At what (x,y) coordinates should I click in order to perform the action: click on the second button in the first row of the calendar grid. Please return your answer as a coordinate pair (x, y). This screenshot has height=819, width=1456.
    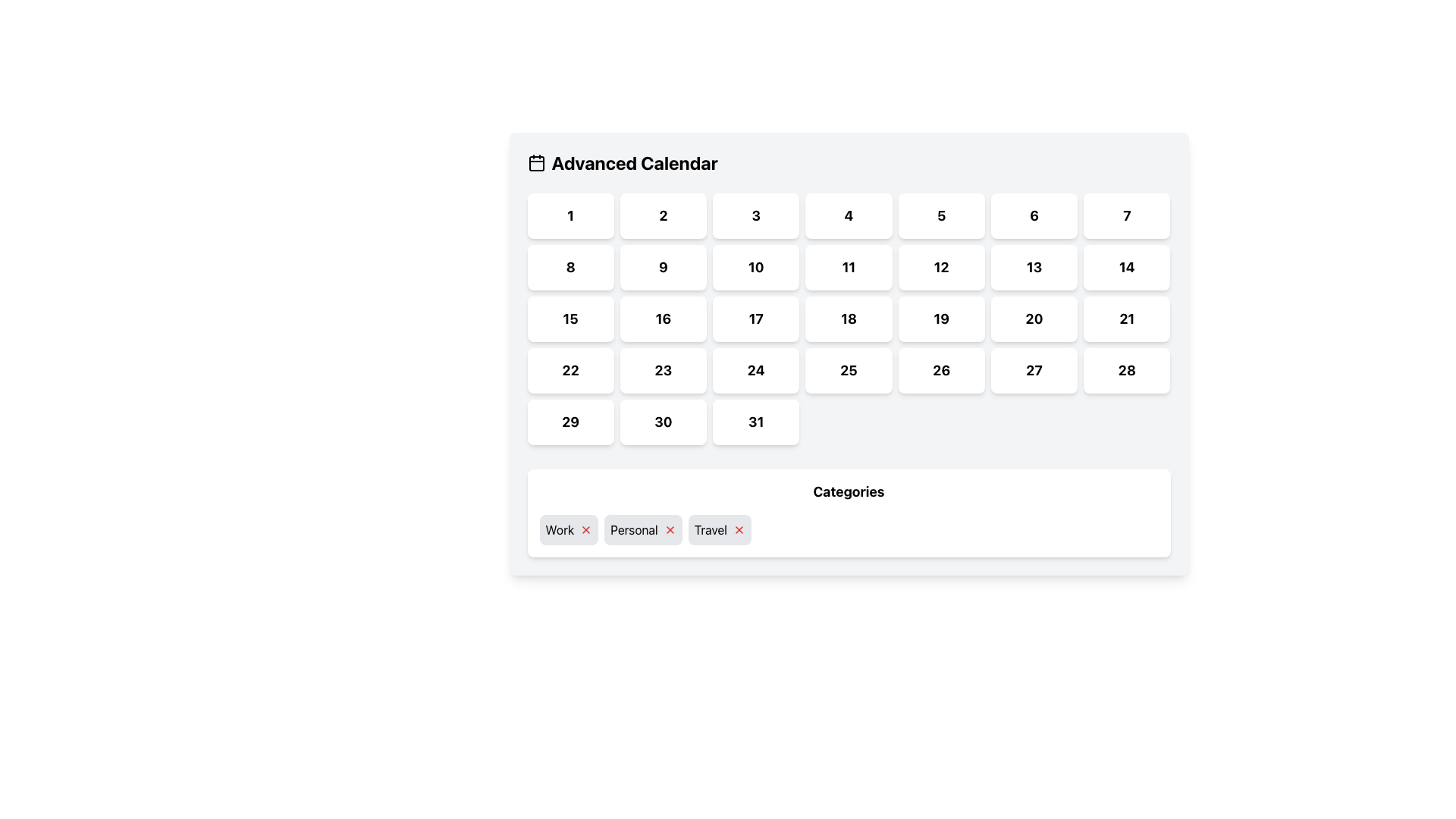
    Looking at the image, I should click on (662, 216).